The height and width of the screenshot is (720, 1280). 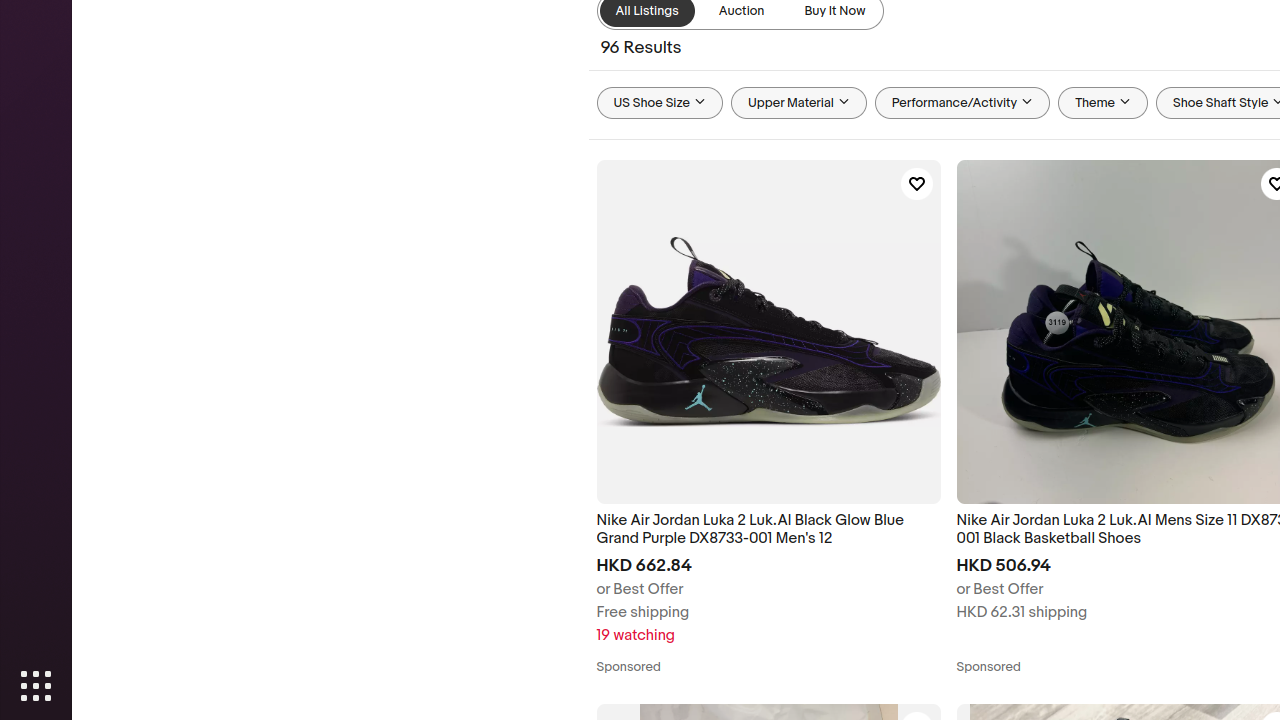 What do you see at coordinates (962, 103) in the screenshot?
I see `'Performance/Activity'` at bounding box center [962, 103].